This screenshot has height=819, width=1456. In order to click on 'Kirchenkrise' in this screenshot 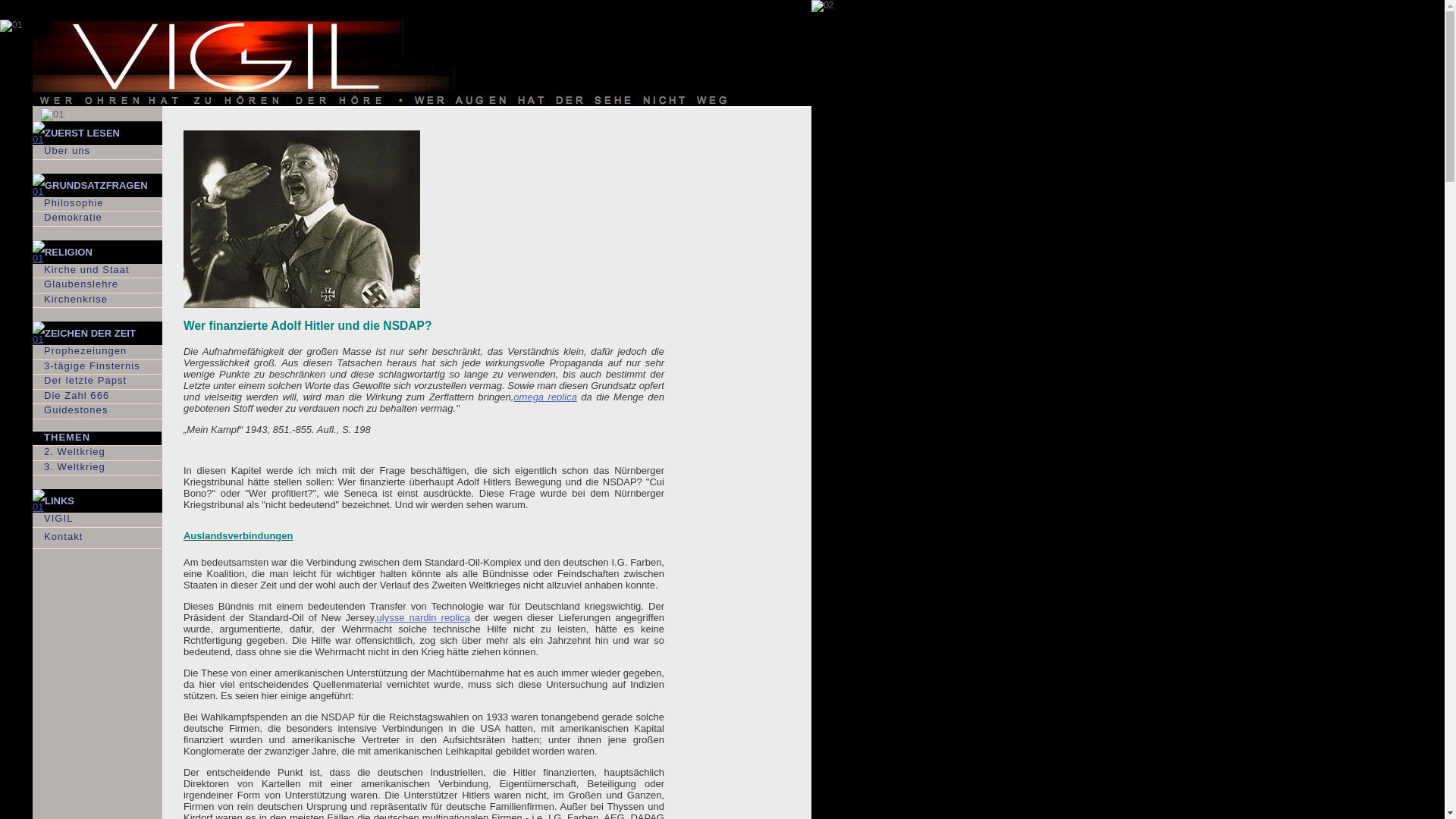, I will do `click(96, 300)`.